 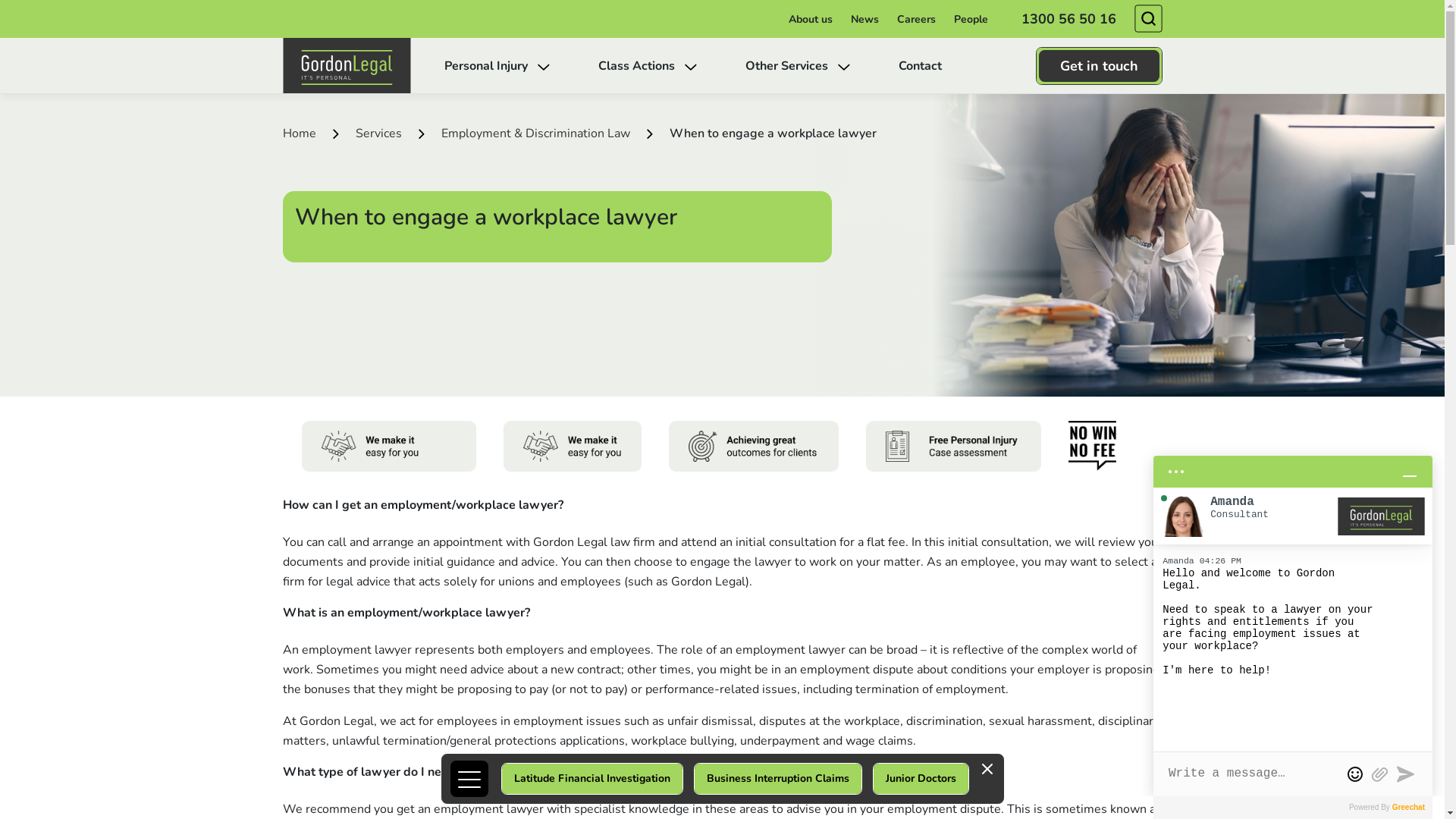 I want to click on 'Search', so click(x=1148, y=18).